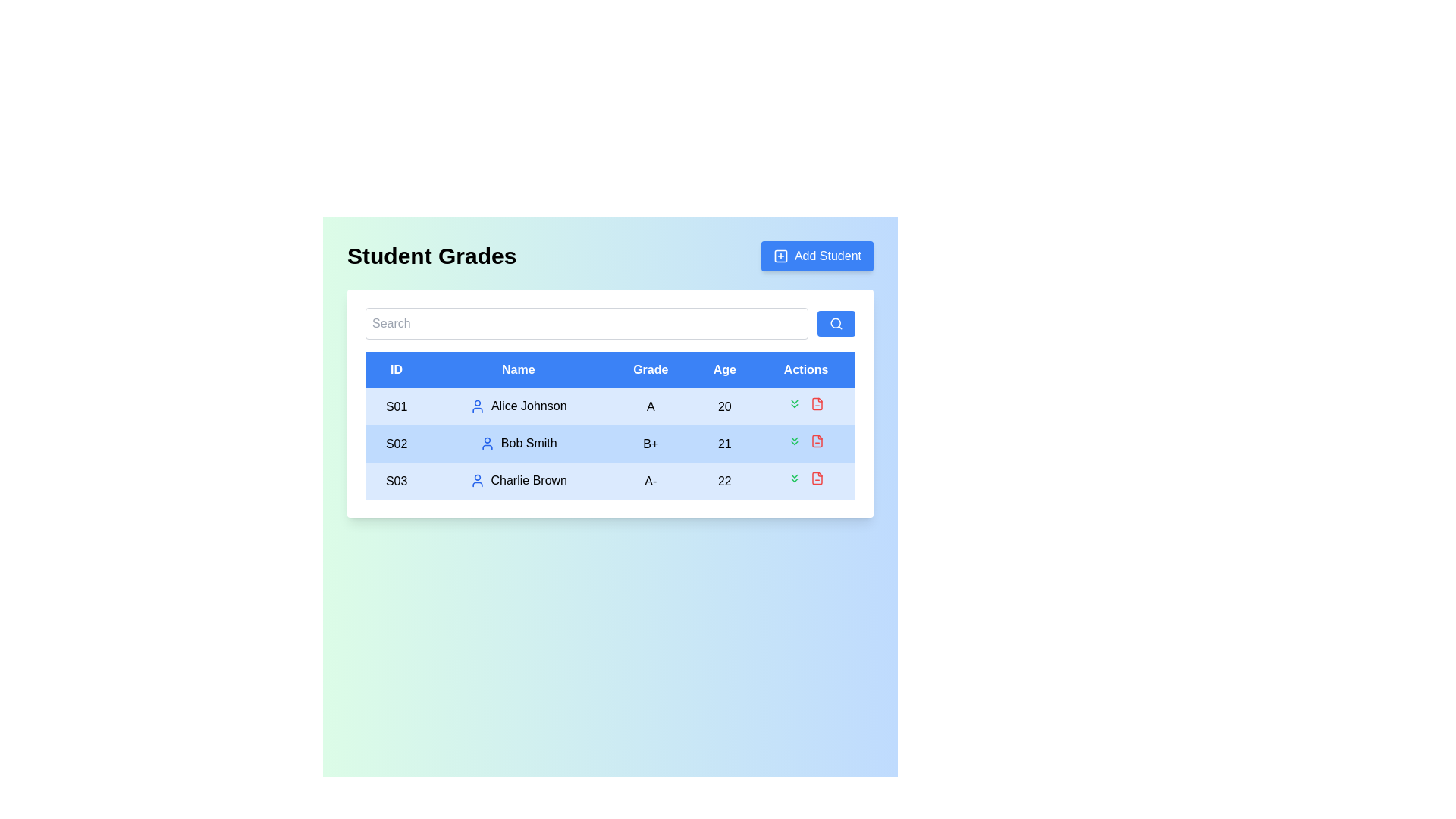 The width and height of the screenshot is (1456, 819). I want to click on the unique ID displayed in the text label located in the second row of the table under the 'ID' column, so click(397, 444).